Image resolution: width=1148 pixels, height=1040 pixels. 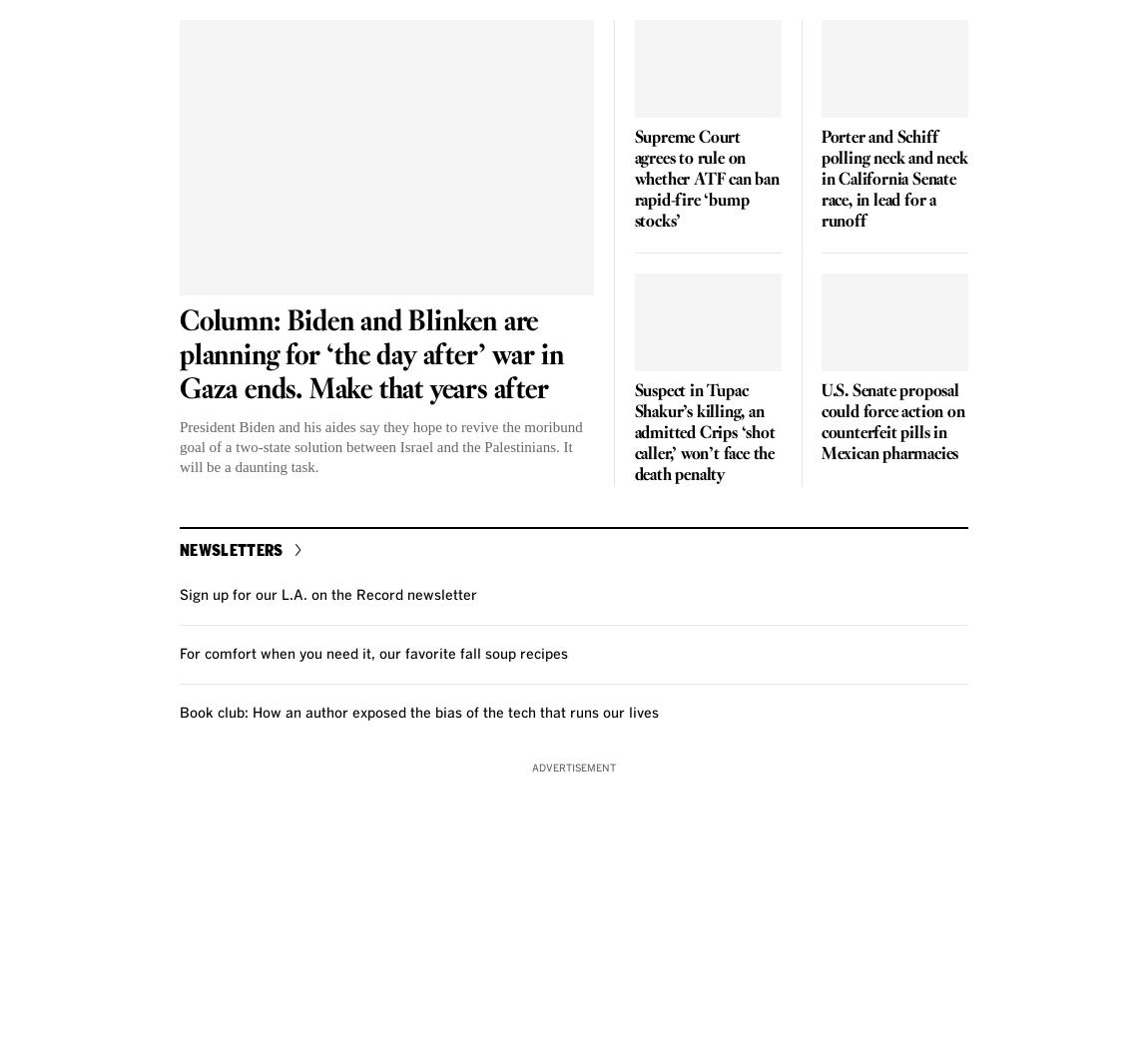 I want to click on 'Supreme Court agrees to rule on whether ATF can ban rapid-fire ‘bump stocks’', so click(x=705, y=178).